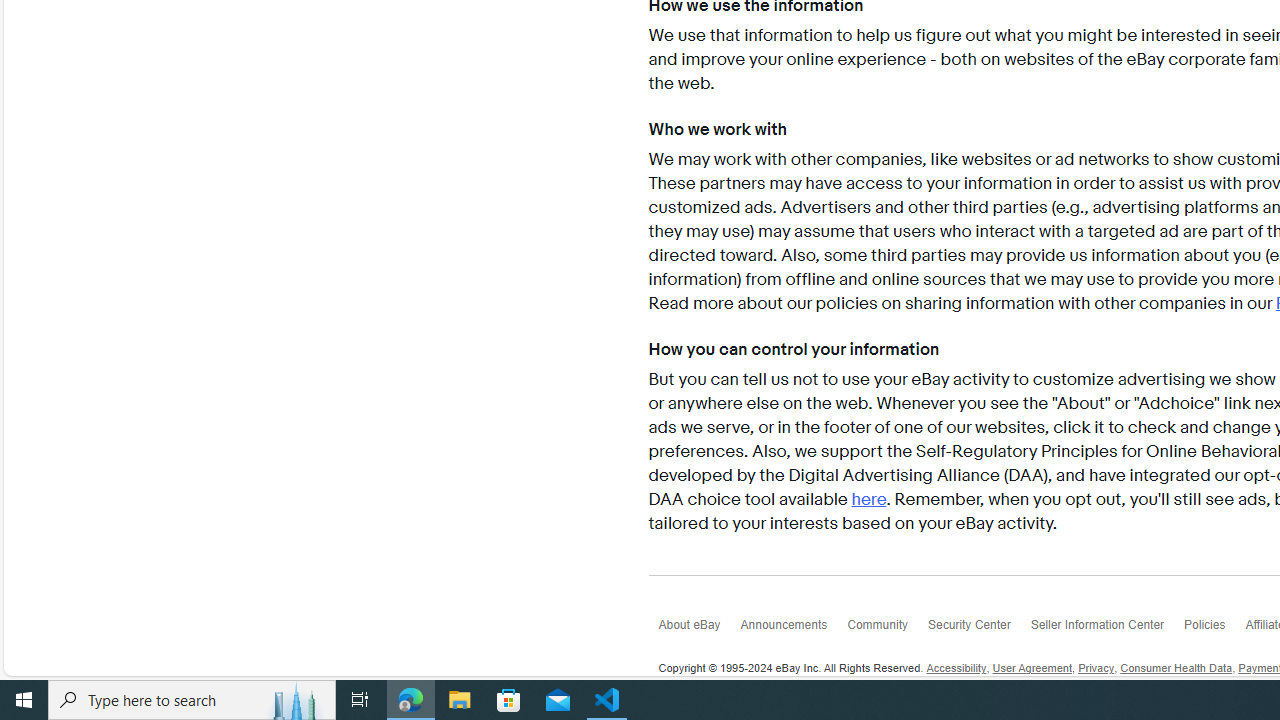 The image size is (1280, 720). What do you see at coordinates (1106, 630) in the screenshot?
I see `'Seller Information Center'` at bounding box center [1106, 630].